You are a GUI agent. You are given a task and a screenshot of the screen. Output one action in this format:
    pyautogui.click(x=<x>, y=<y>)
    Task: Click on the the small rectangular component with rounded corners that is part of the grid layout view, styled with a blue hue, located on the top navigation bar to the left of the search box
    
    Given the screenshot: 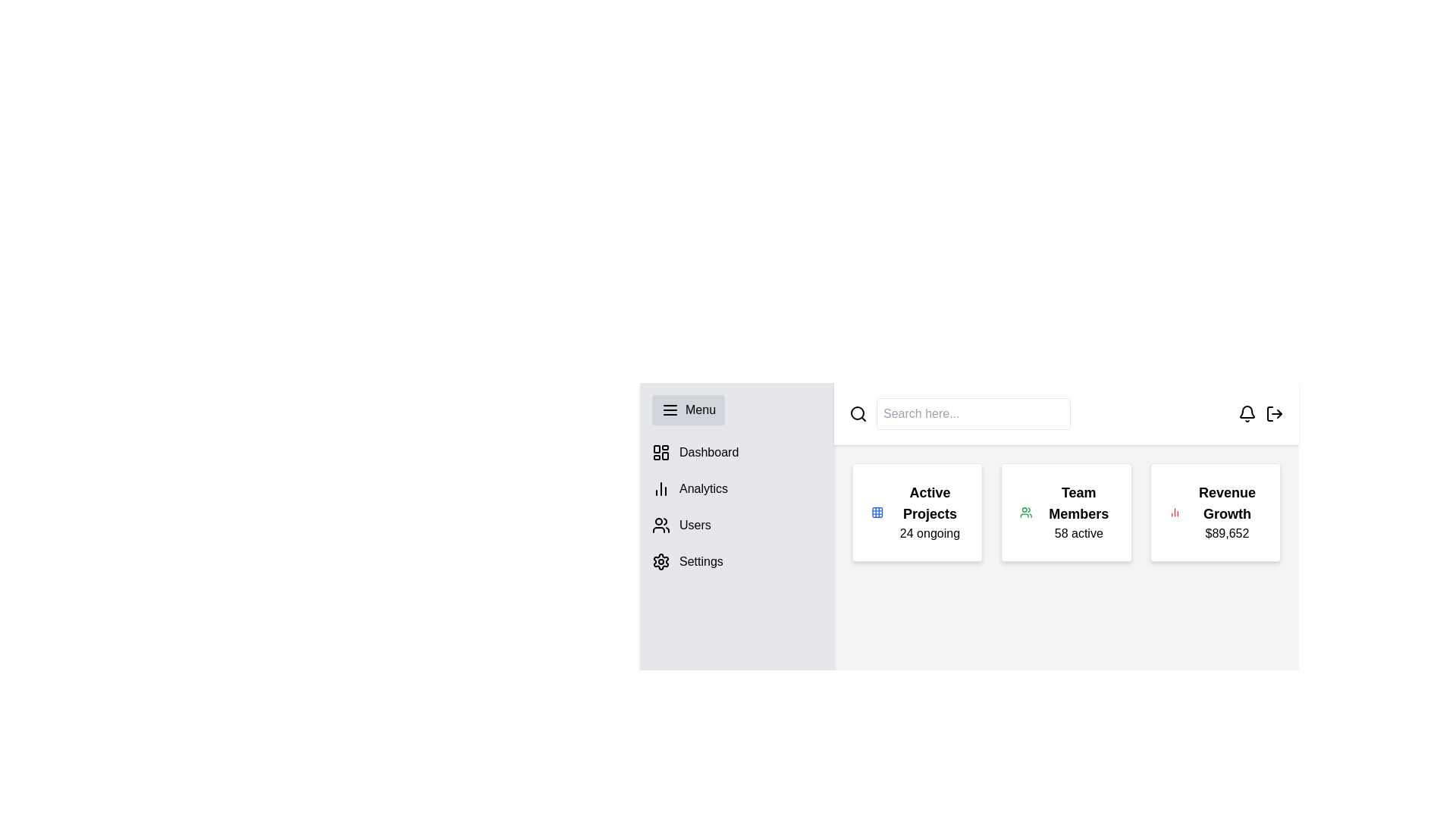 What is the action you would take?
    pyautogui.click(x=877, y=512)
    